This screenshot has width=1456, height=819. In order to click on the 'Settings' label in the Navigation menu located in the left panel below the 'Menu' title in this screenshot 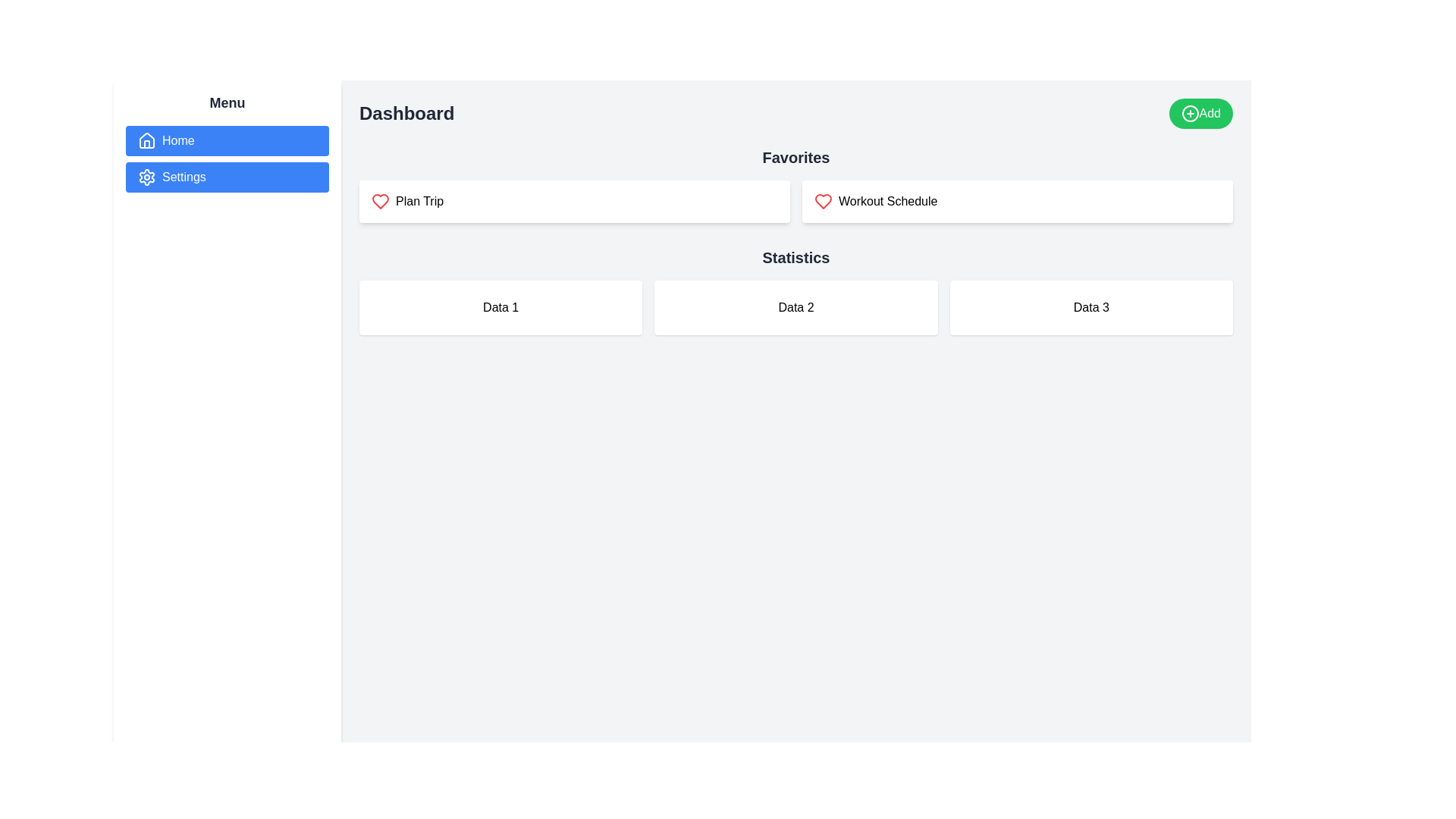, I will do `click(226, 158)`.